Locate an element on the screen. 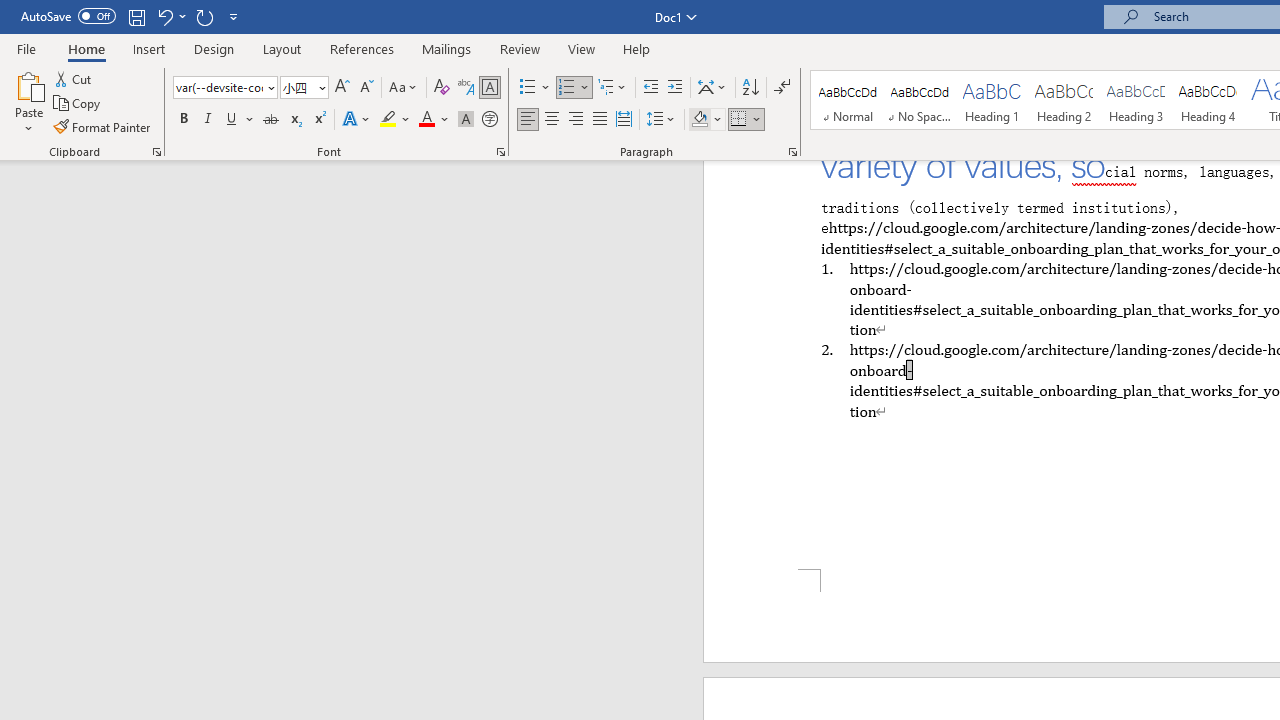 This screenshot has height=720, width=1280. 'Line and Paragraph Spacing' is located at coordinates (661, 119).